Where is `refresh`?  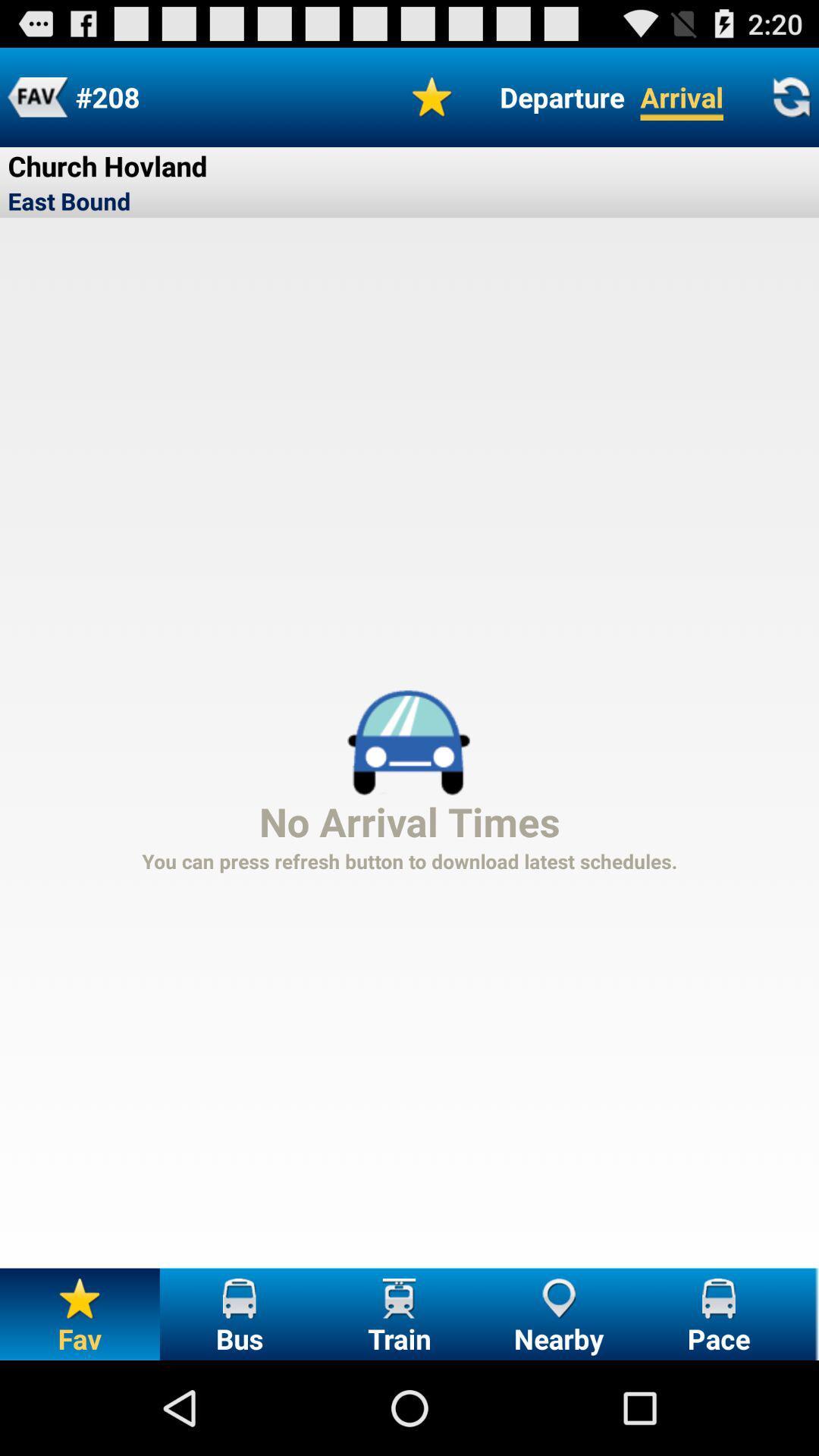
refresh is located at coordinates (790, 96).